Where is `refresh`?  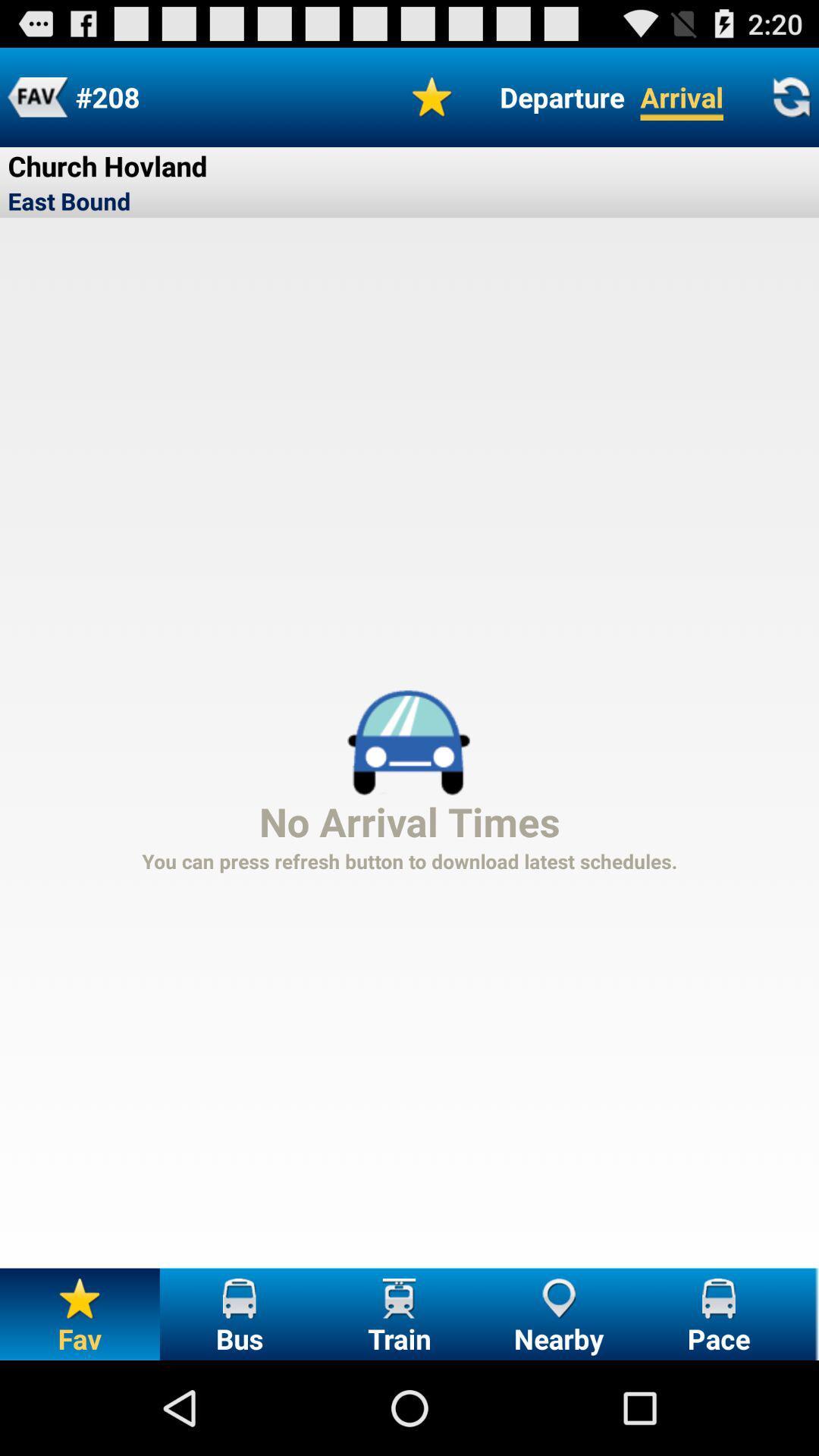
refresh is located at coordinates (790, 96).